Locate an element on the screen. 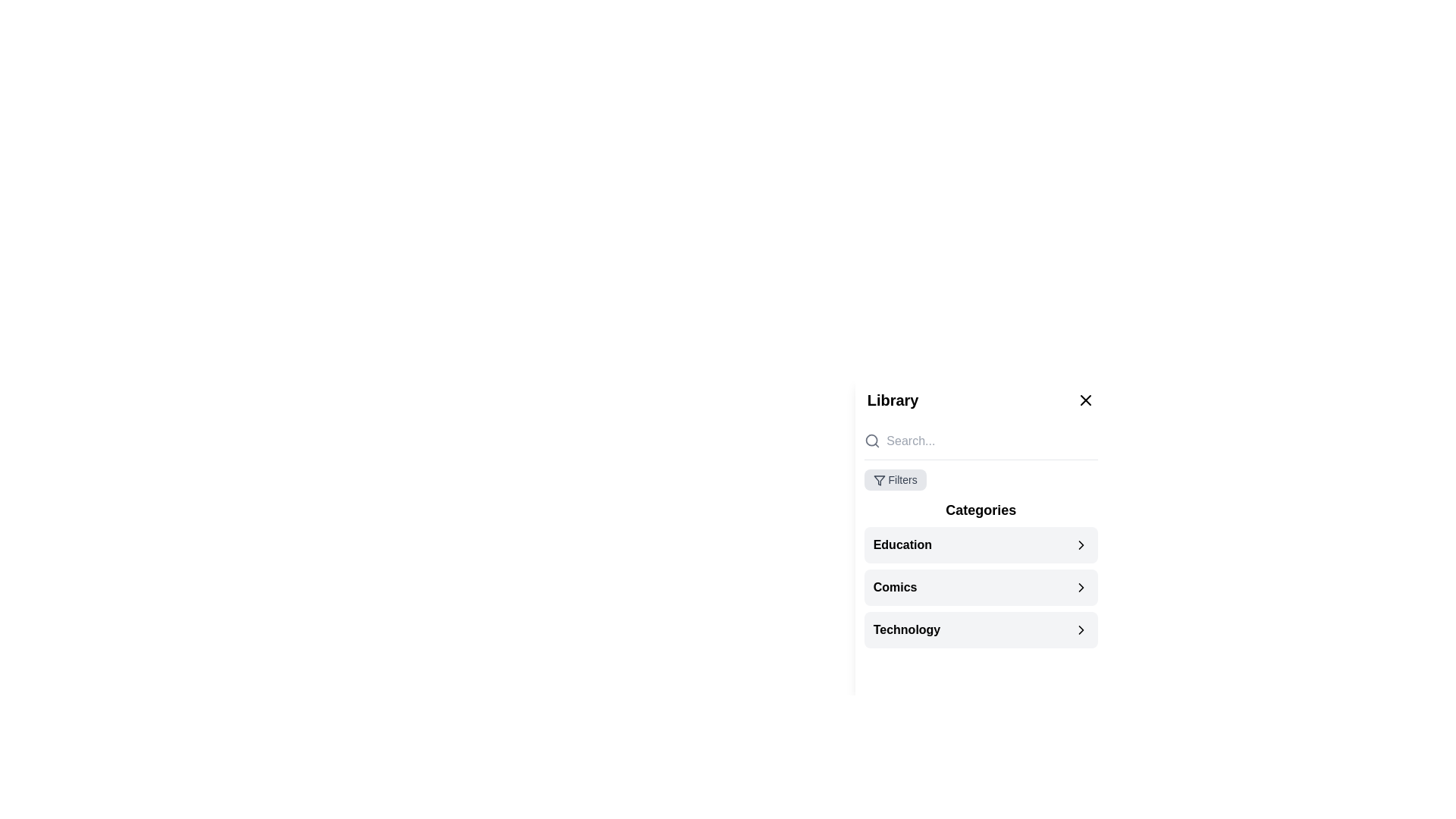  the 'Comics' label, which is styled in bold sans-serif font and located in the middle of the second item in the 'Categories' section is located at coordinates (895, 587).